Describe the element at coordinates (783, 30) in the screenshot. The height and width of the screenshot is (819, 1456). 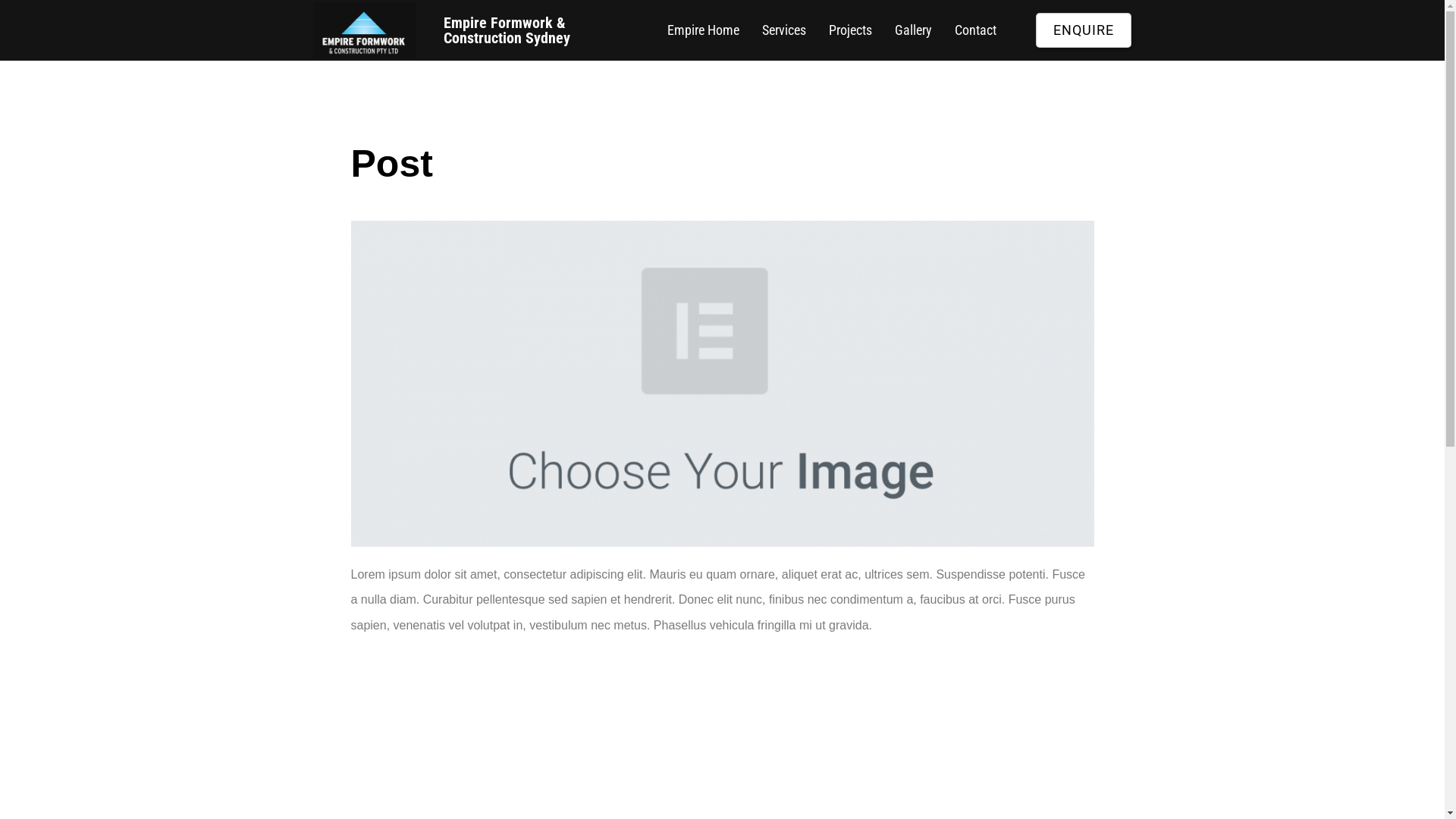
I see `'Services'` at that location.